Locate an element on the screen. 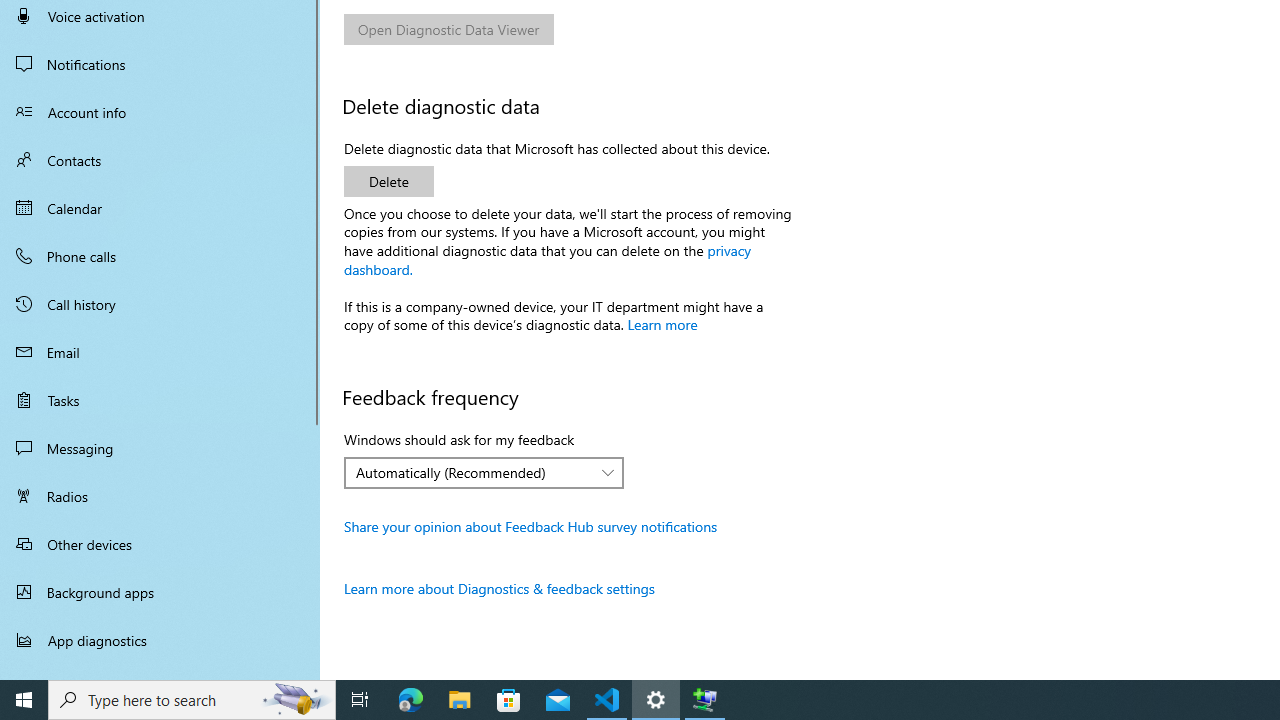  'Account info' is located at coordinates (160, 111).